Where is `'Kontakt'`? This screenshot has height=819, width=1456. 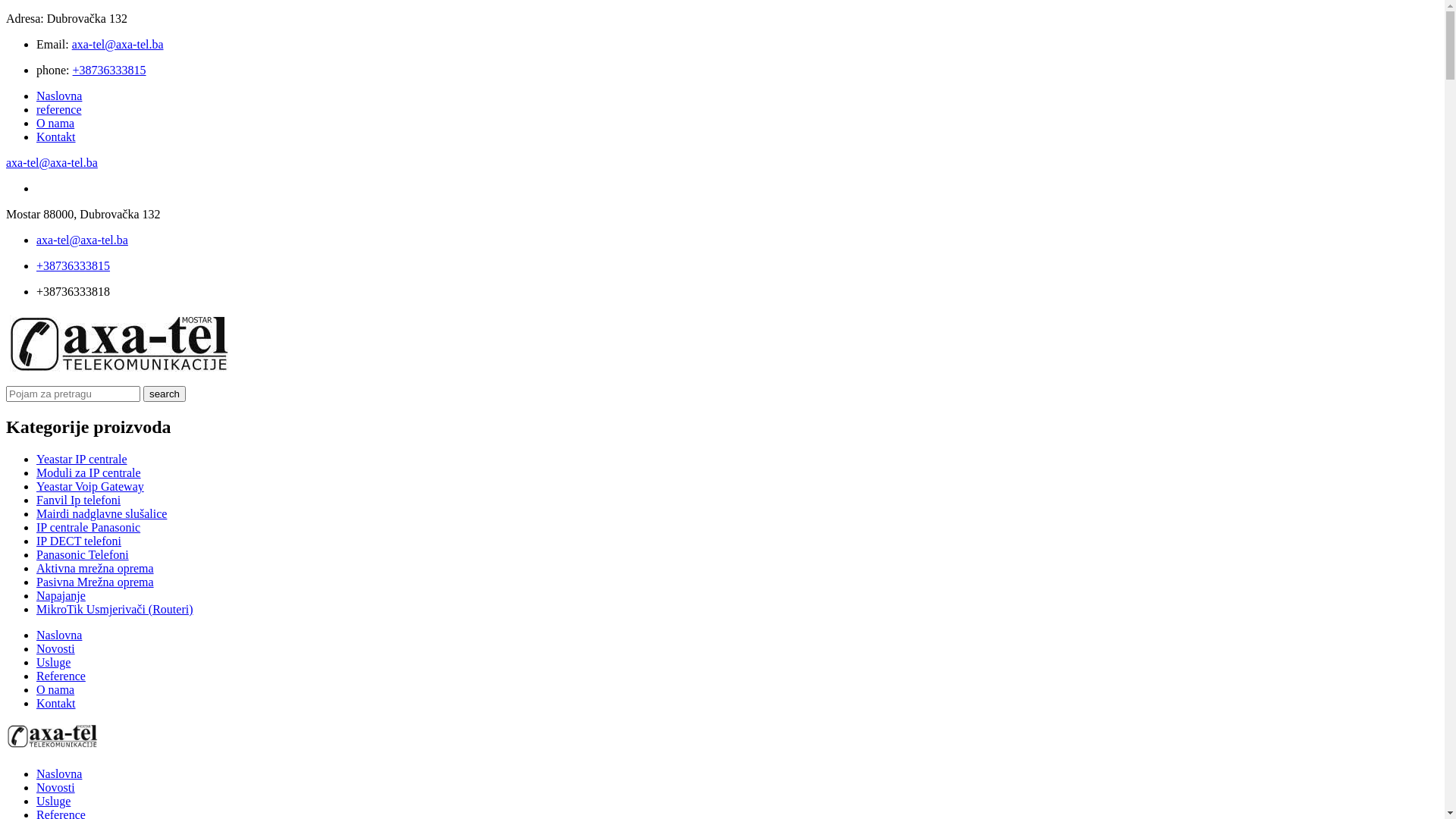
'Kontakt' is located at coordinates (55, 136).